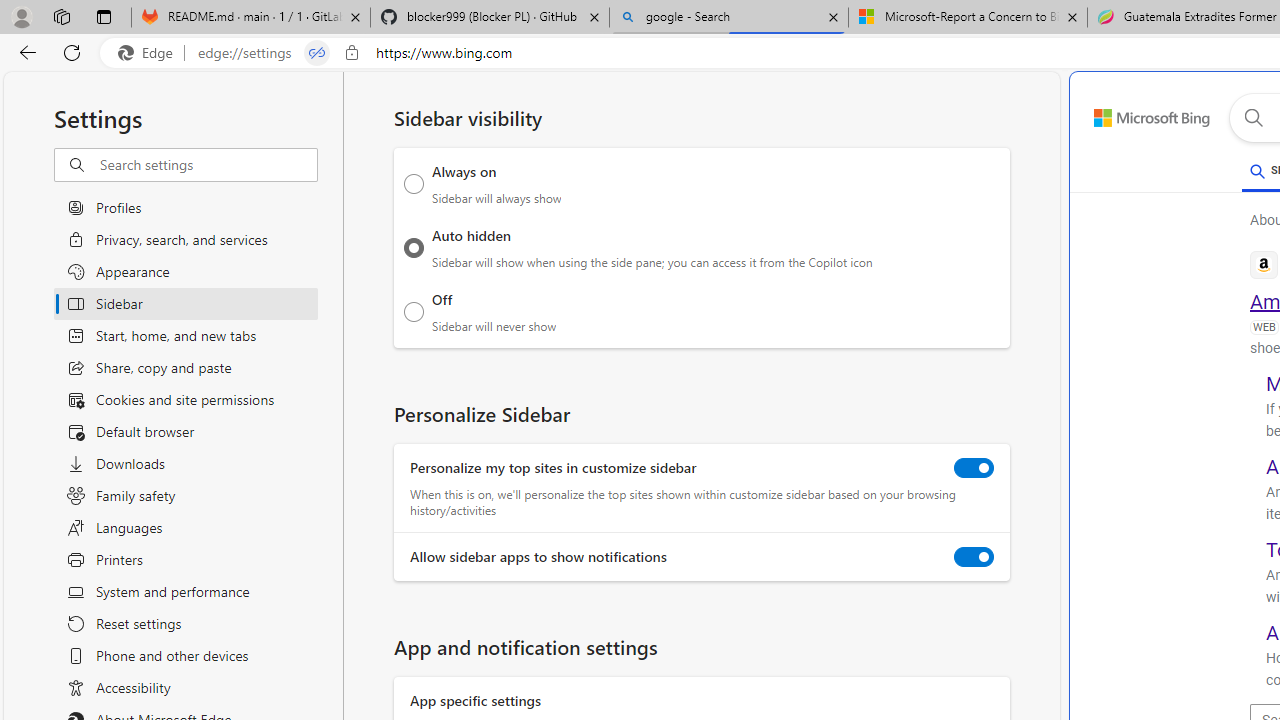  I want to click on 'Refresh', so click(72, 51).